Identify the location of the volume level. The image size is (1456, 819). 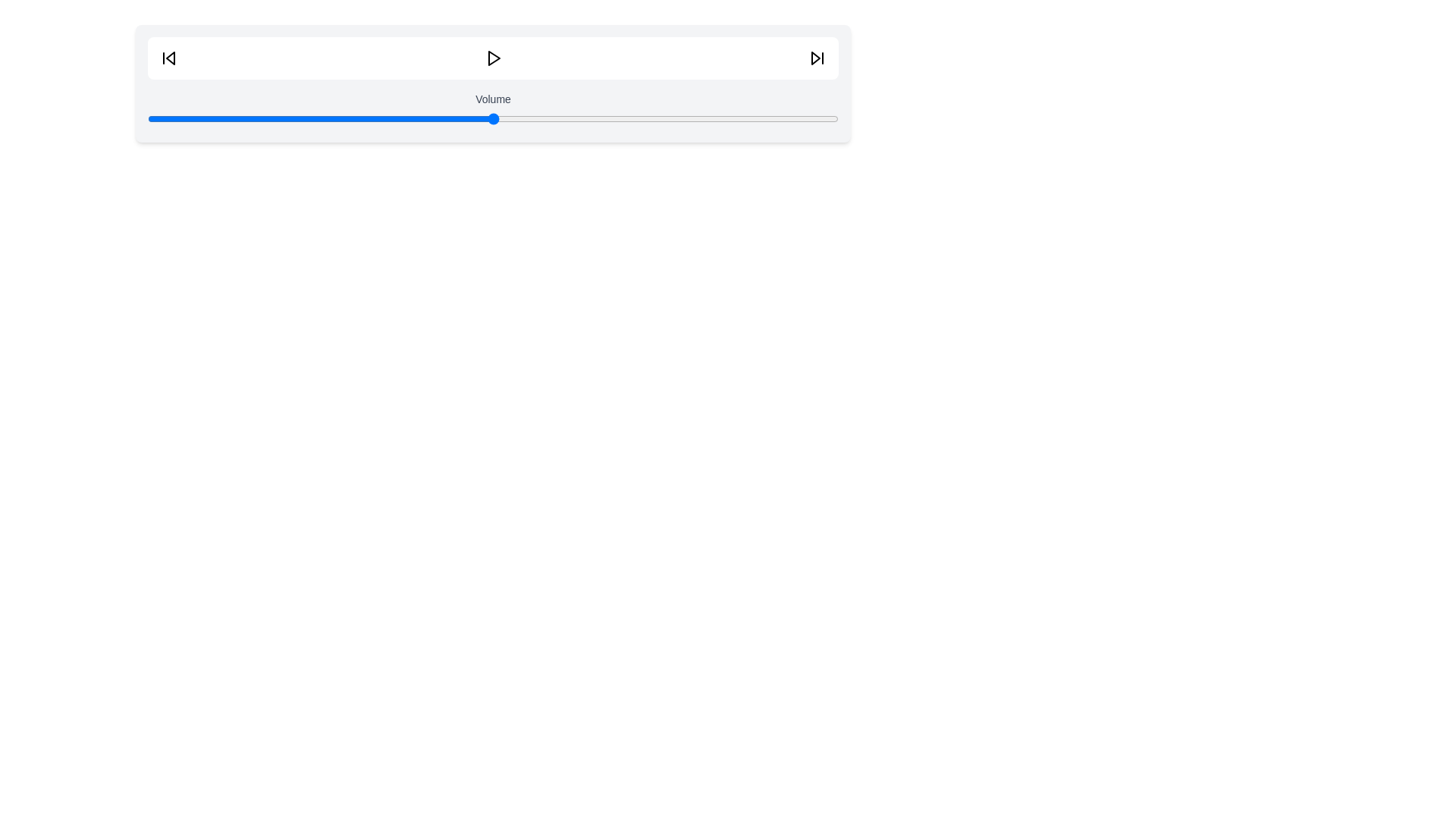
(679, 118).